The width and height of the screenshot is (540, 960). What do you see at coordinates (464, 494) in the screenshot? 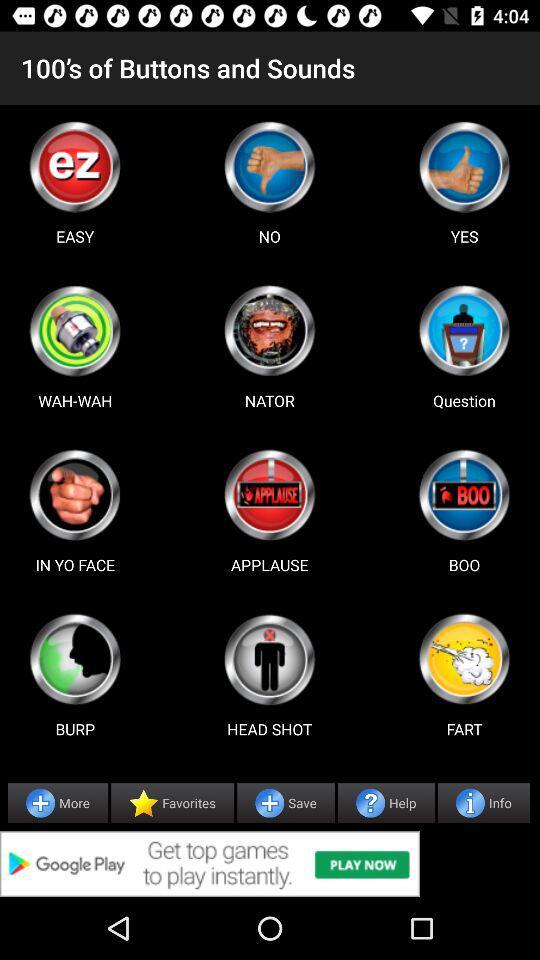
I see `profile picture` at bounding box center [464, 494].